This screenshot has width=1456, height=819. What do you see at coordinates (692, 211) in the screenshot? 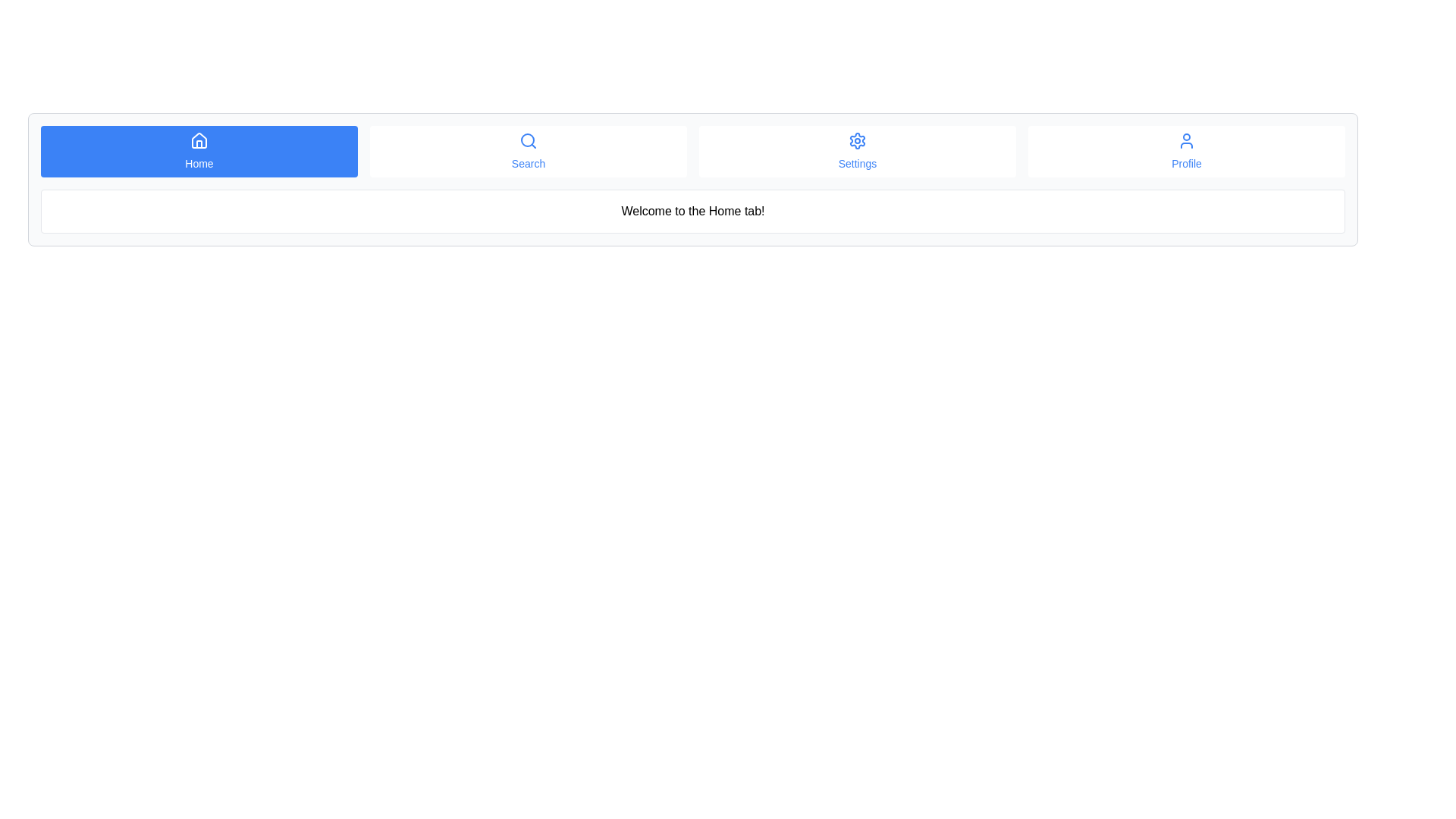
I see `text from the informational text box that contains the message 'Welcome to the Home tab!' centered inside it` at bounding box center [692, 211].